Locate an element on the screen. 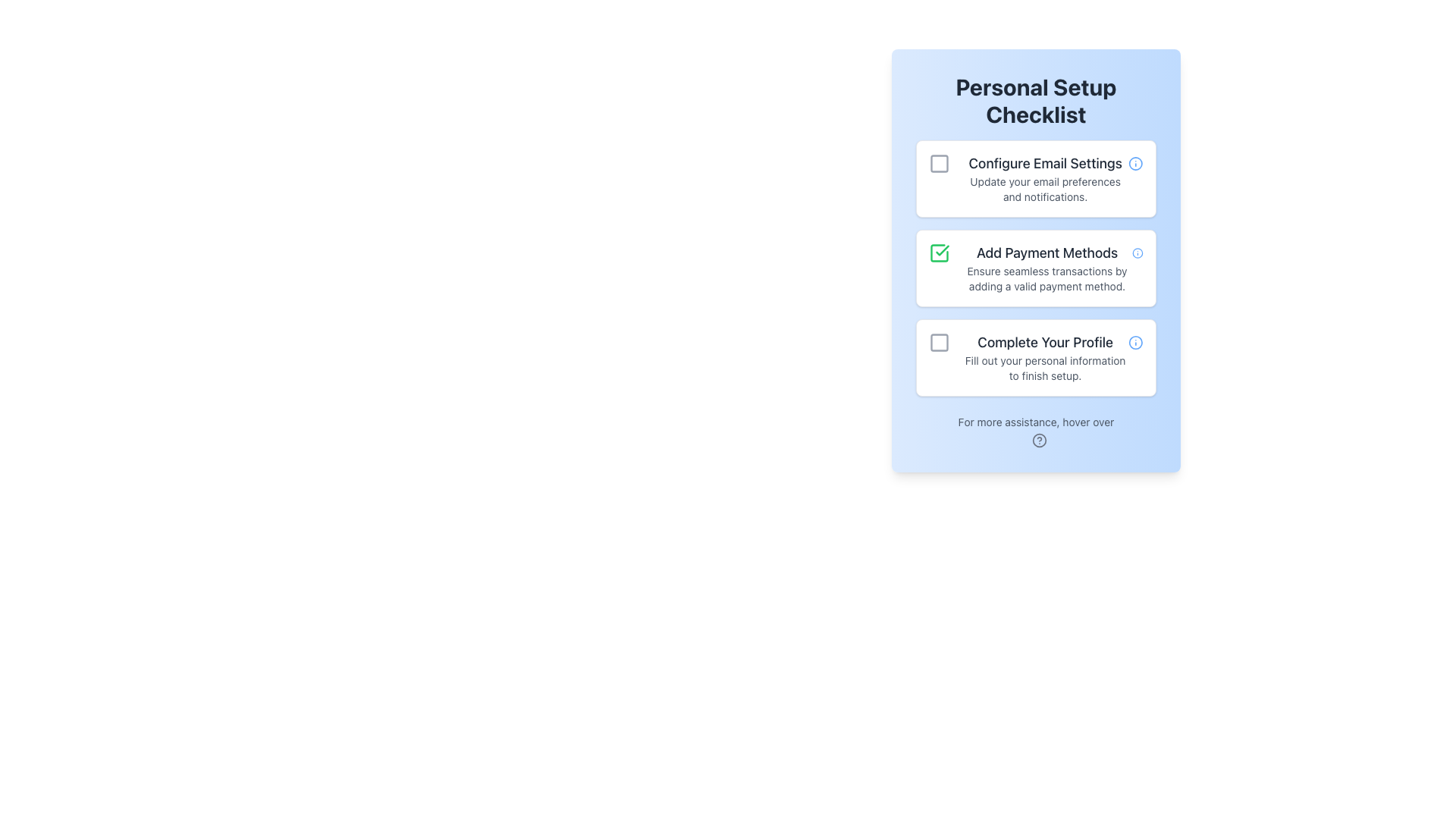  the informational icon located at the right end of the 'Complete Your Profile' task in the 'Personal Setup Checklist' interface, which provides additional information related to the task is located at coordinates (1136, 342).